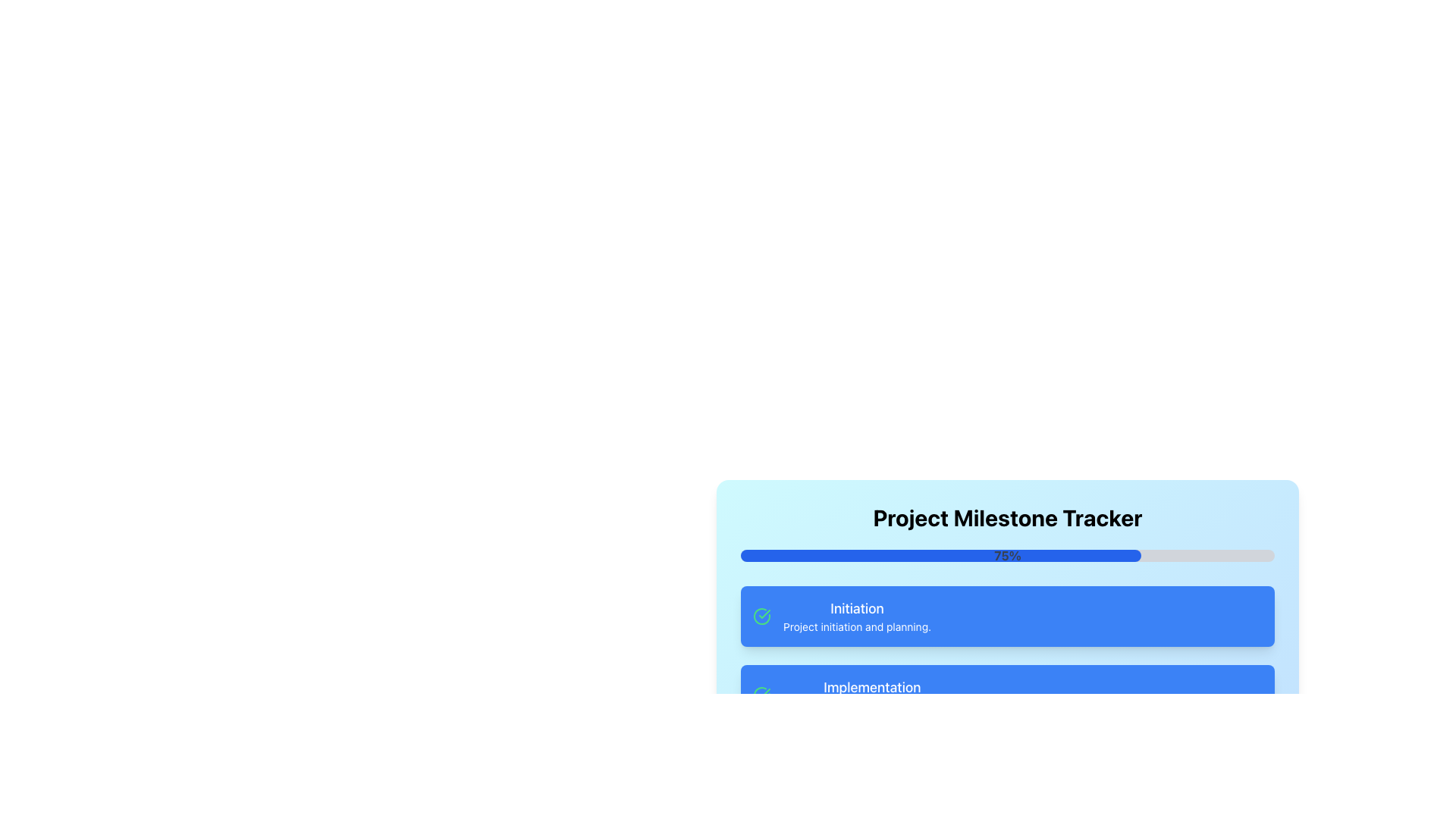 The height and width of the screenshot is (819, 1456). Describe the element at coordinates (1008, 695) in the screenshot. I see `the panel titled 'Implementation' which displays the subtitle 'Feature development and execution.'` at that location.